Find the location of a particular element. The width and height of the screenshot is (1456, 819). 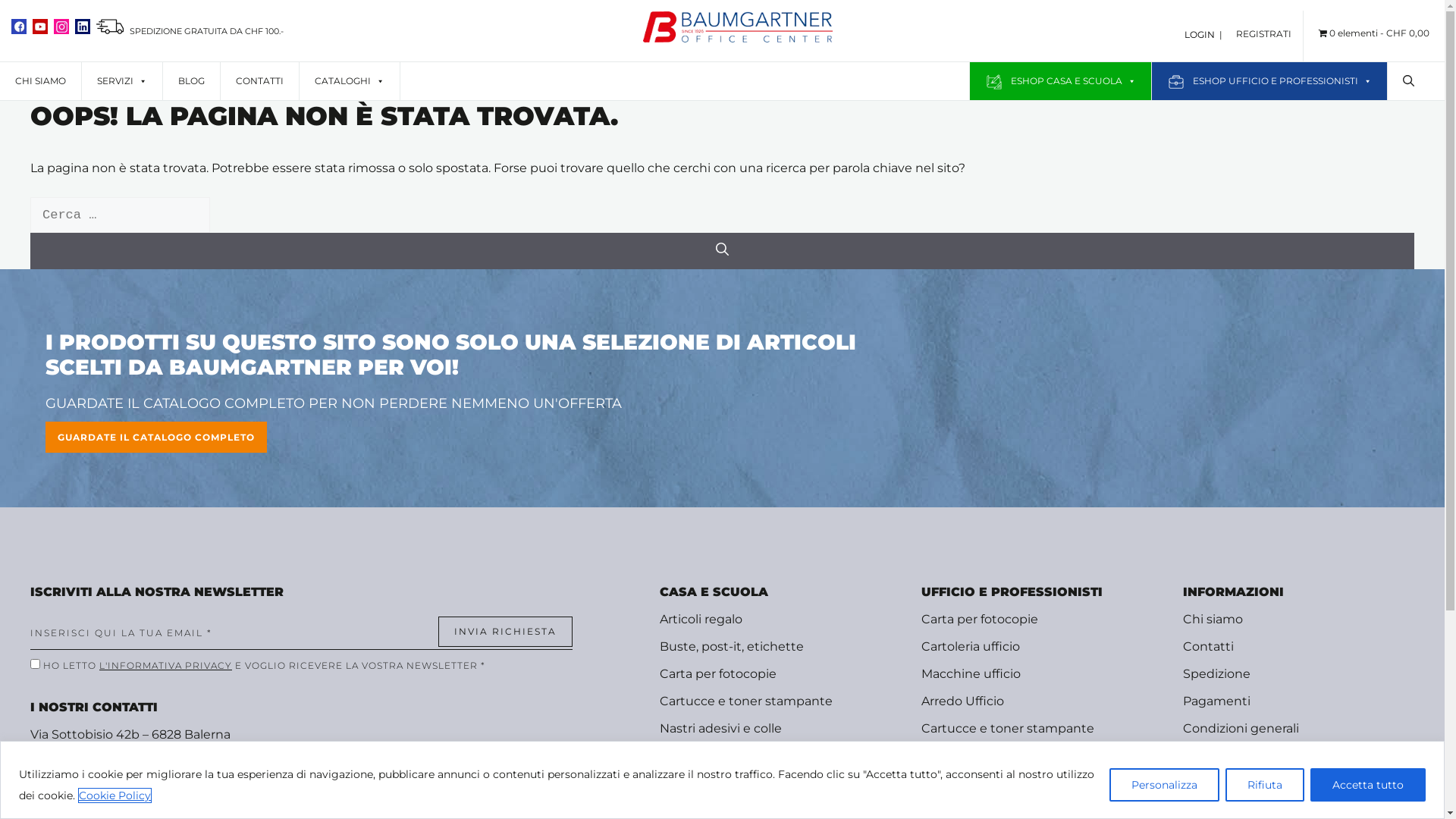

'Buste, post-it, etichette' is located at coordinates (731, 646).